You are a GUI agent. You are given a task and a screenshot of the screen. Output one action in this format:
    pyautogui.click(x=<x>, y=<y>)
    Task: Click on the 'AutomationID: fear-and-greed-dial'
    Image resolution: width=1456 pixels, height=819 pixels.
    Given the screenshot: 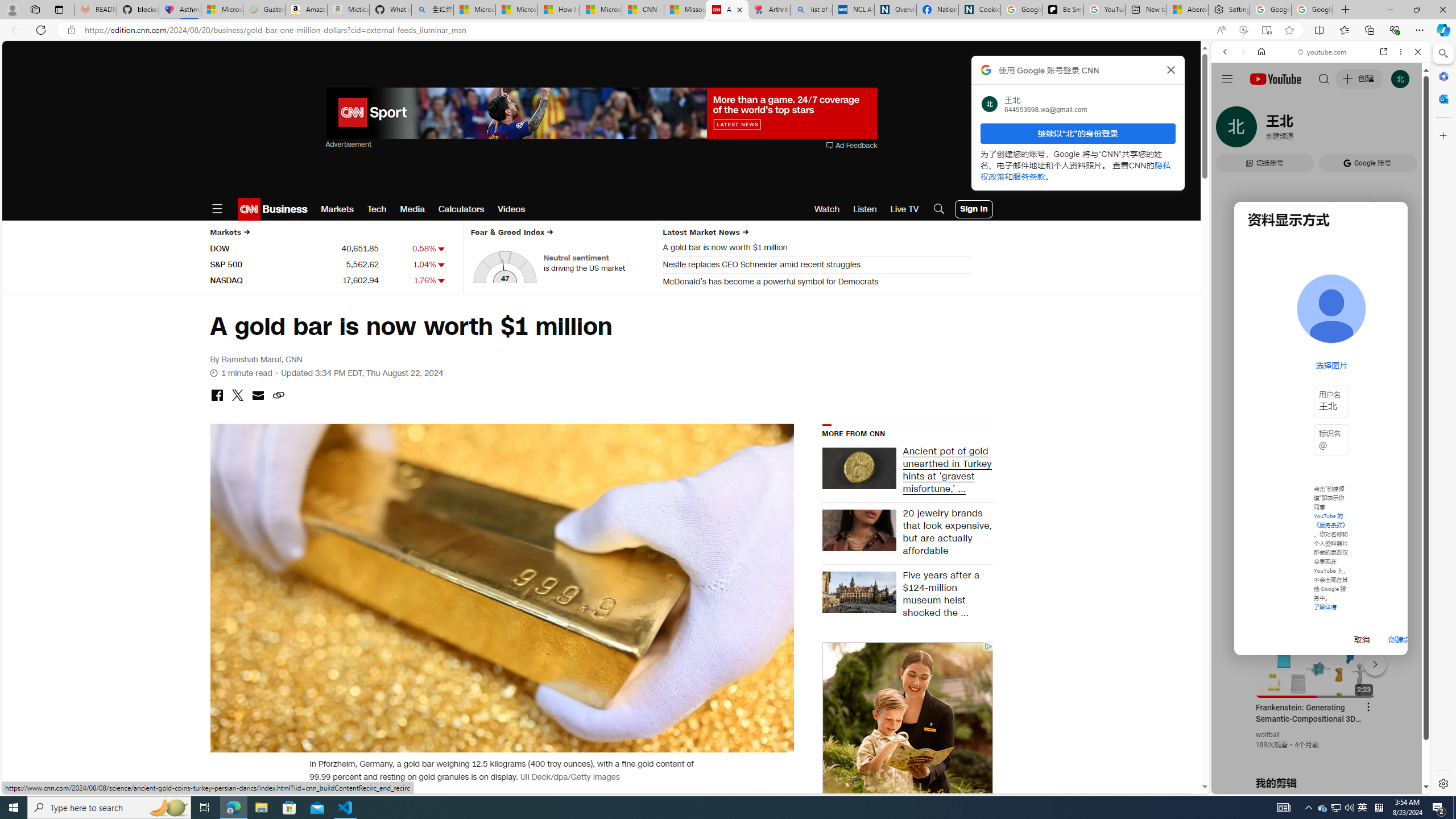 What is the action you would take?
    pyautogui.click(x=504, y=266)
    